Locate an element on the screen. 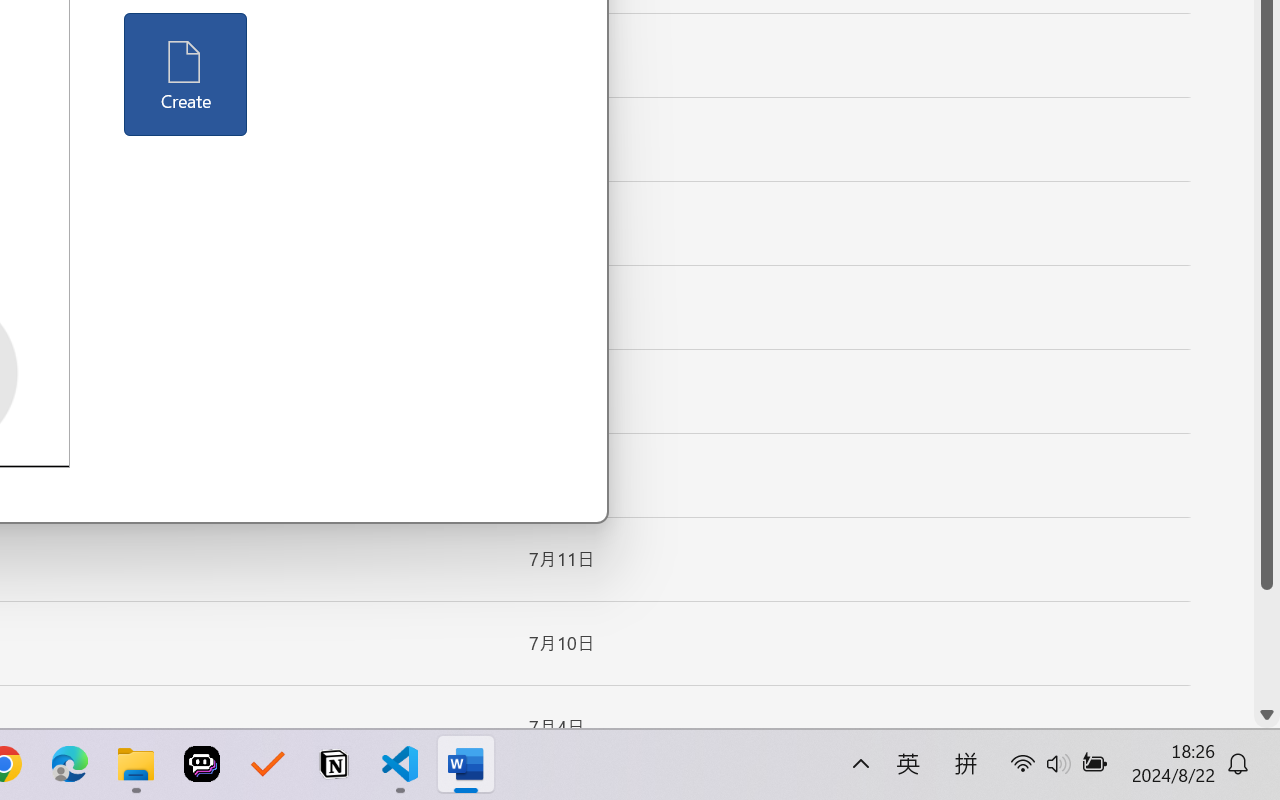  'Create' is located at coordinates (185, 74).